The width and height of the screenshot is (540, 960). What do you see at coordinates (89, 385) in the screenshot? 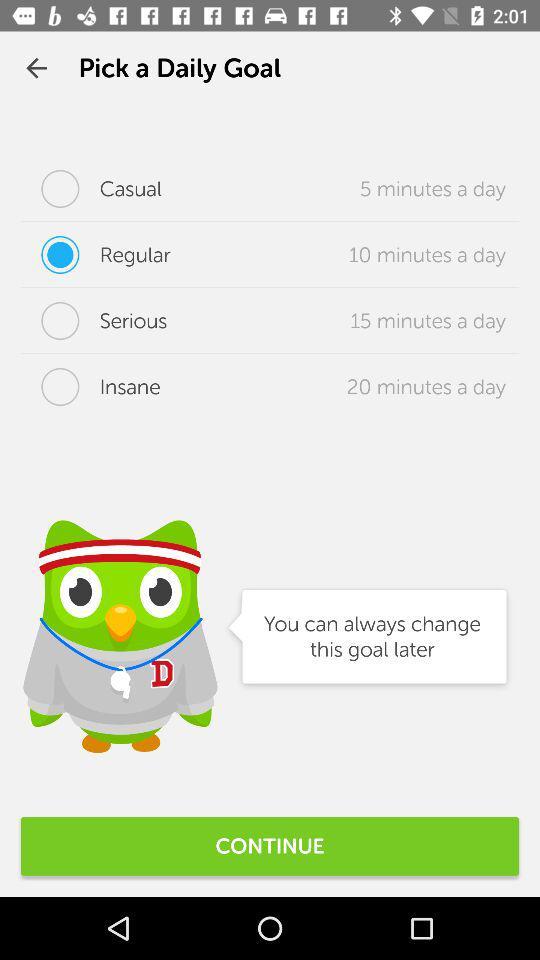
I see `the item below the serious` at bounding box center [89, 385].